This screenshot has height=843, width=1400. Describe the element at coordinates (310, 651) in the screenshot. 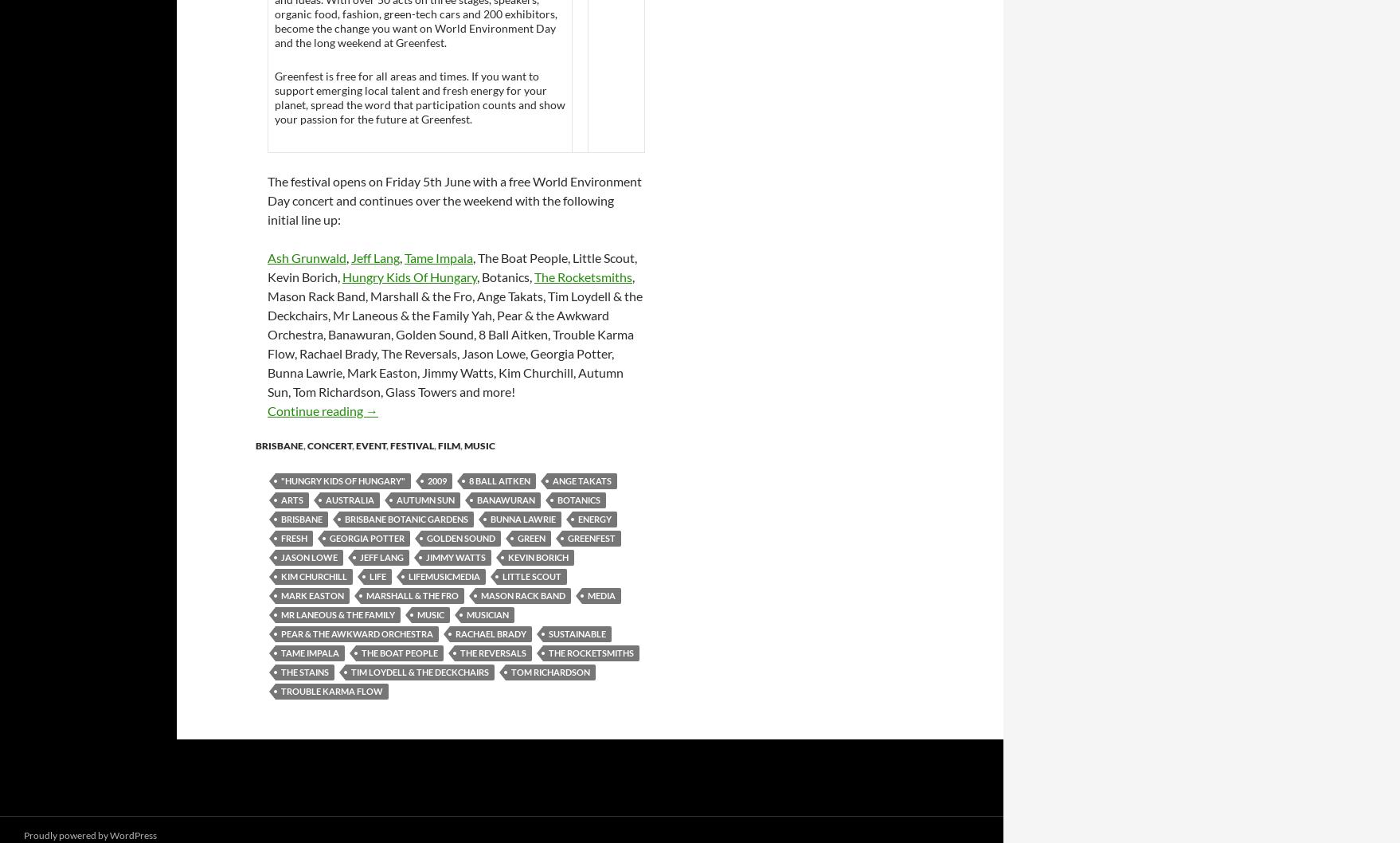

I see `'TAME IMPALA'` at that location.